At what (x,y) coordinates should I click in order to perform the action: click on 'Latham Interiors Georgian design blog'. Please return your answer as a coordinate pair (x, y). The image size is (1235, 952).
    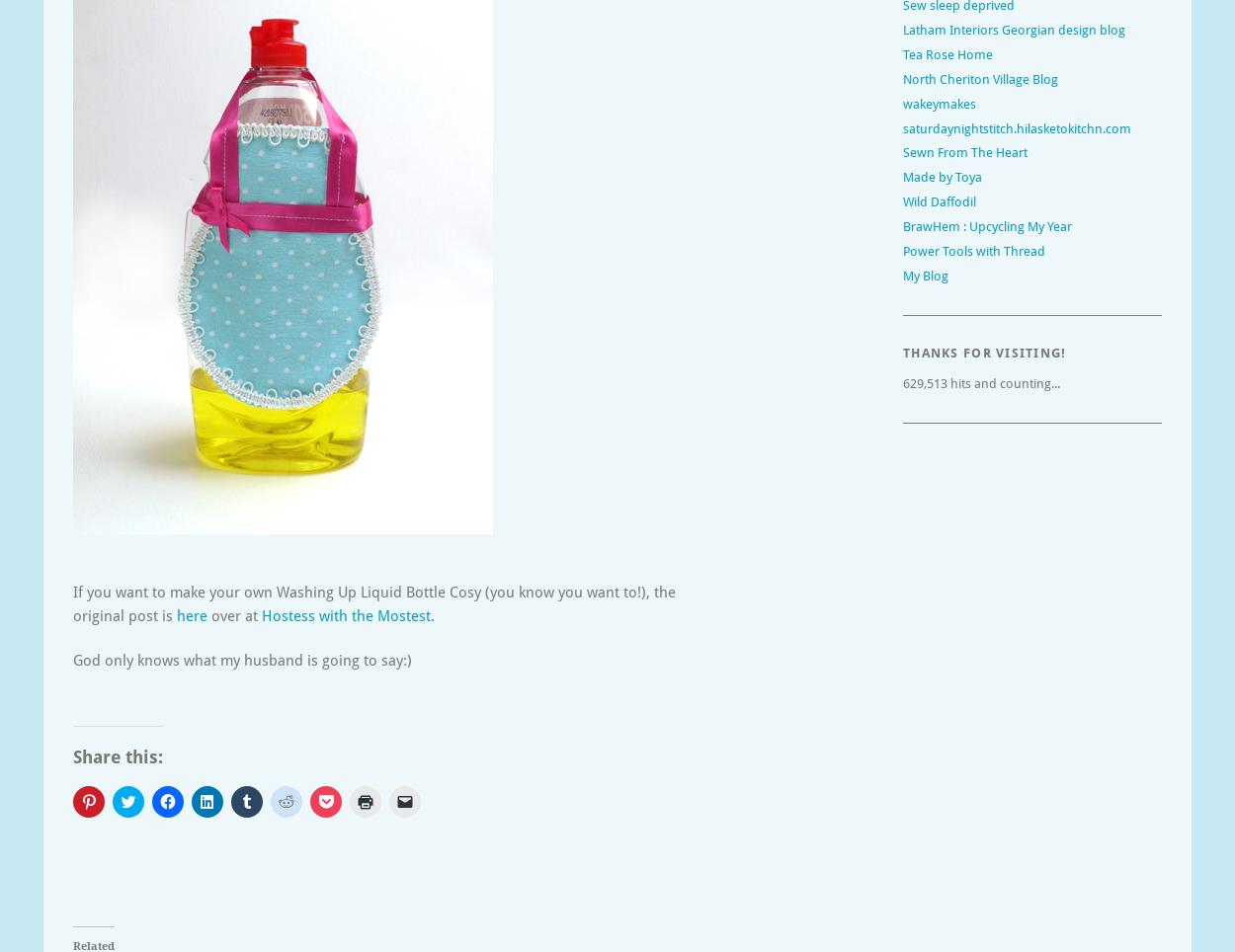
    Looking at the image, I should click on (1014, 28).